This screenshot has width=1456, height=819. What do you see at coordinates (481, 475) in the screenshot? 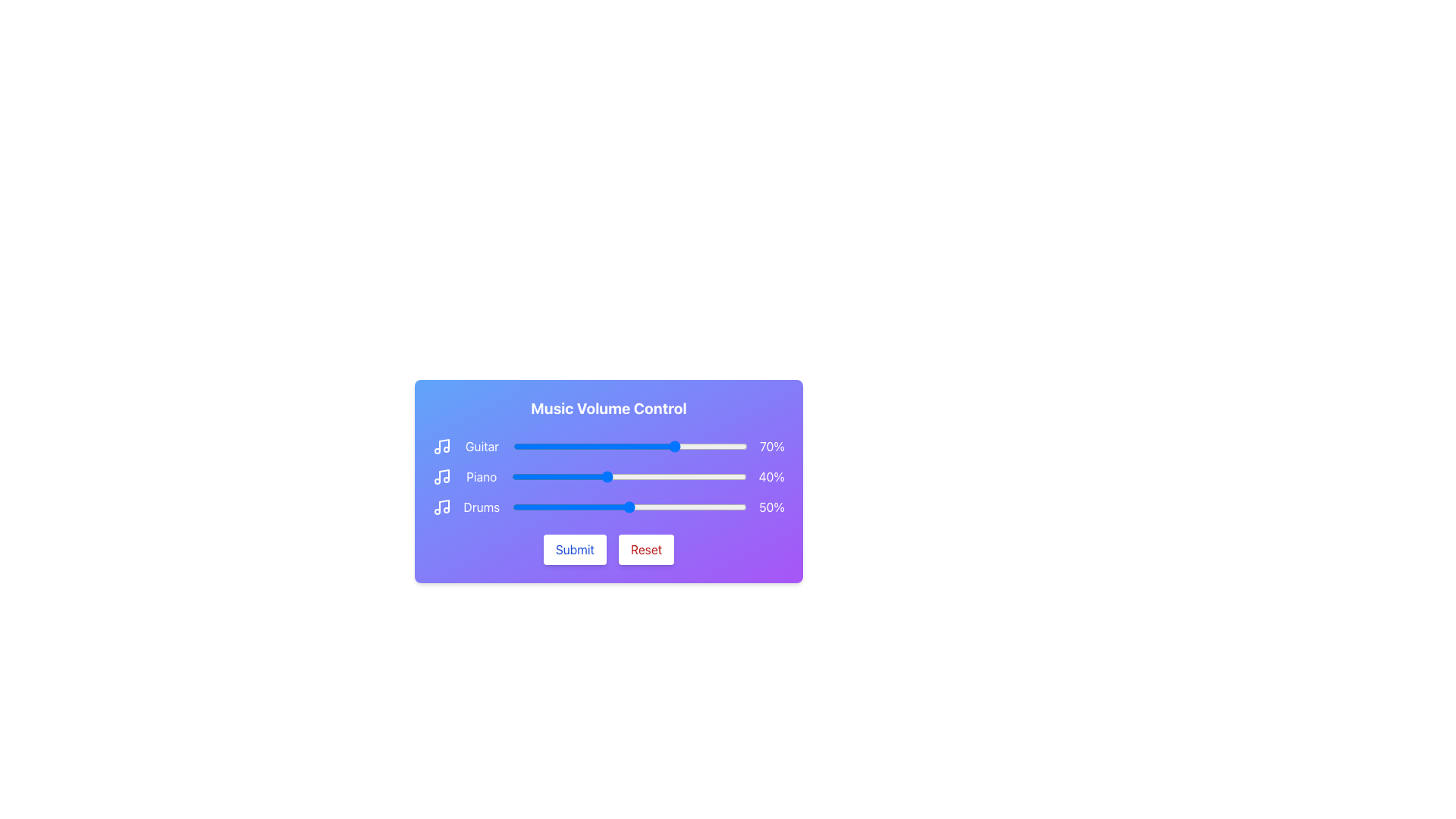
I see `the text label displaying the word 'Piano', which is styled with a sans-serif font and is white on a gradient background, located in the middle row of music volume controls` at bounding box center [481, 475].